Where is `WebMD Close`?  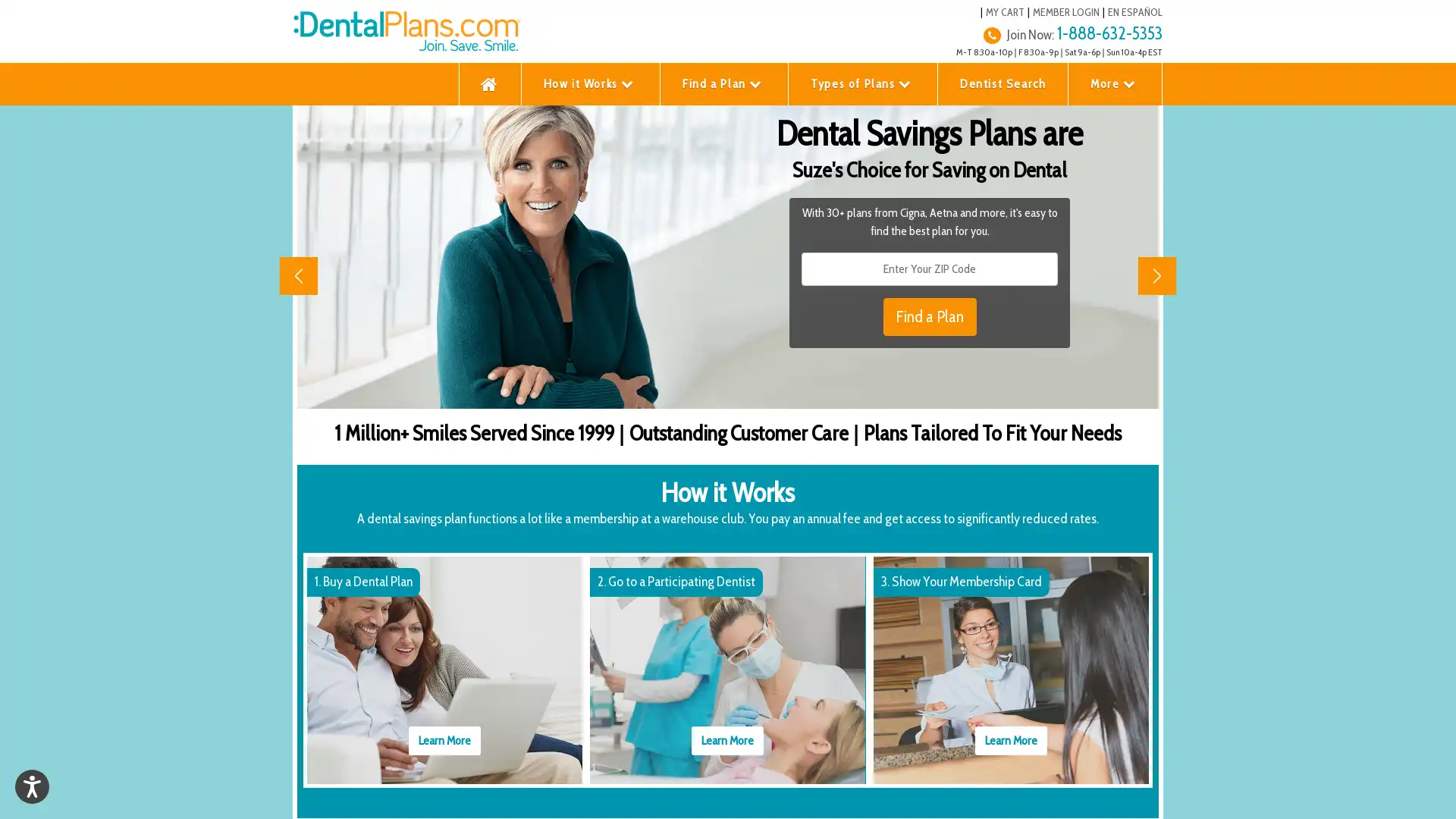 WebMD Close is located at coordinates (1433, 789).